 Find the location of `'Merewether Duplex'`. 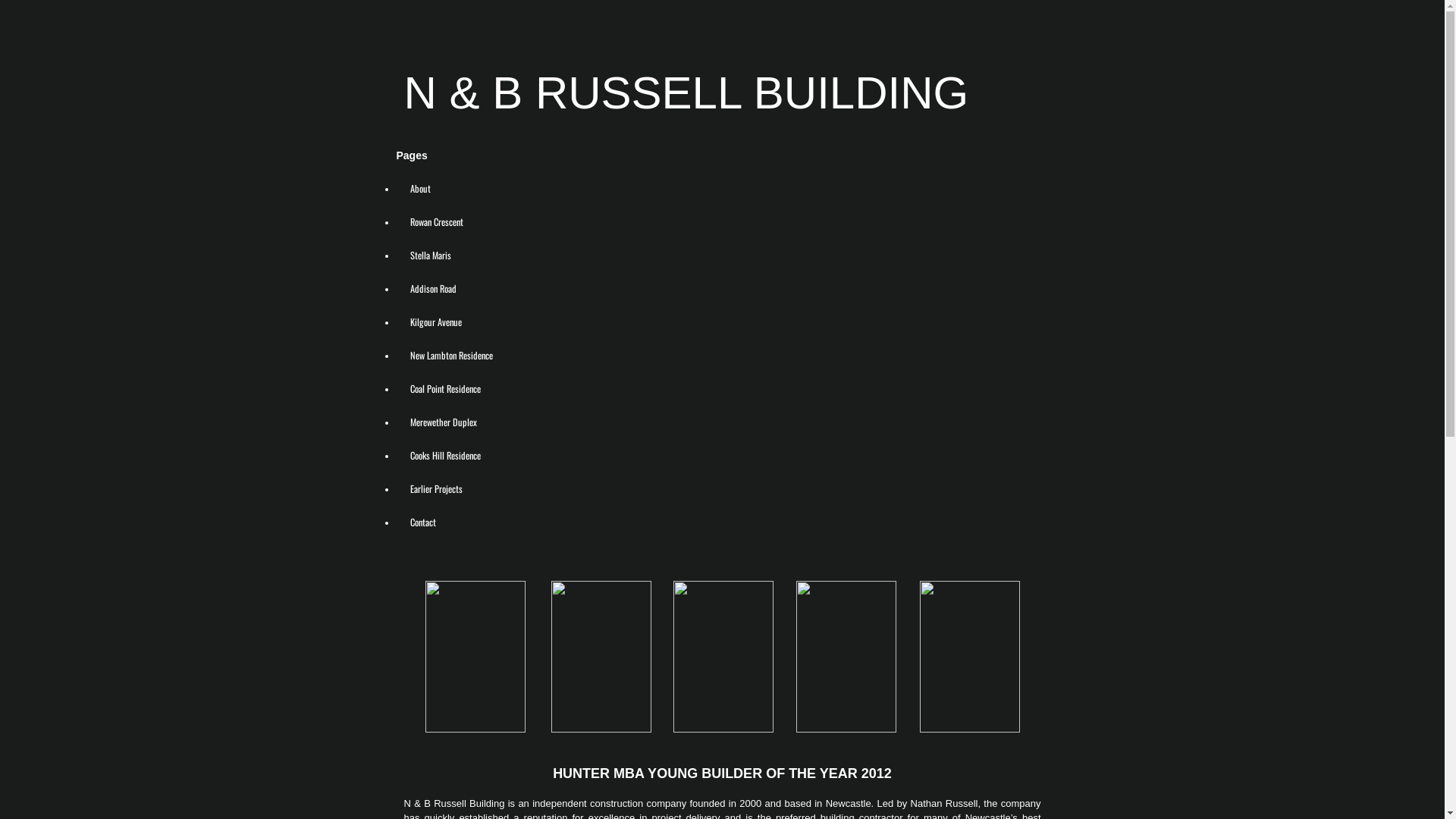

'Merewether Duplex' is located at coordinates (443, 421).